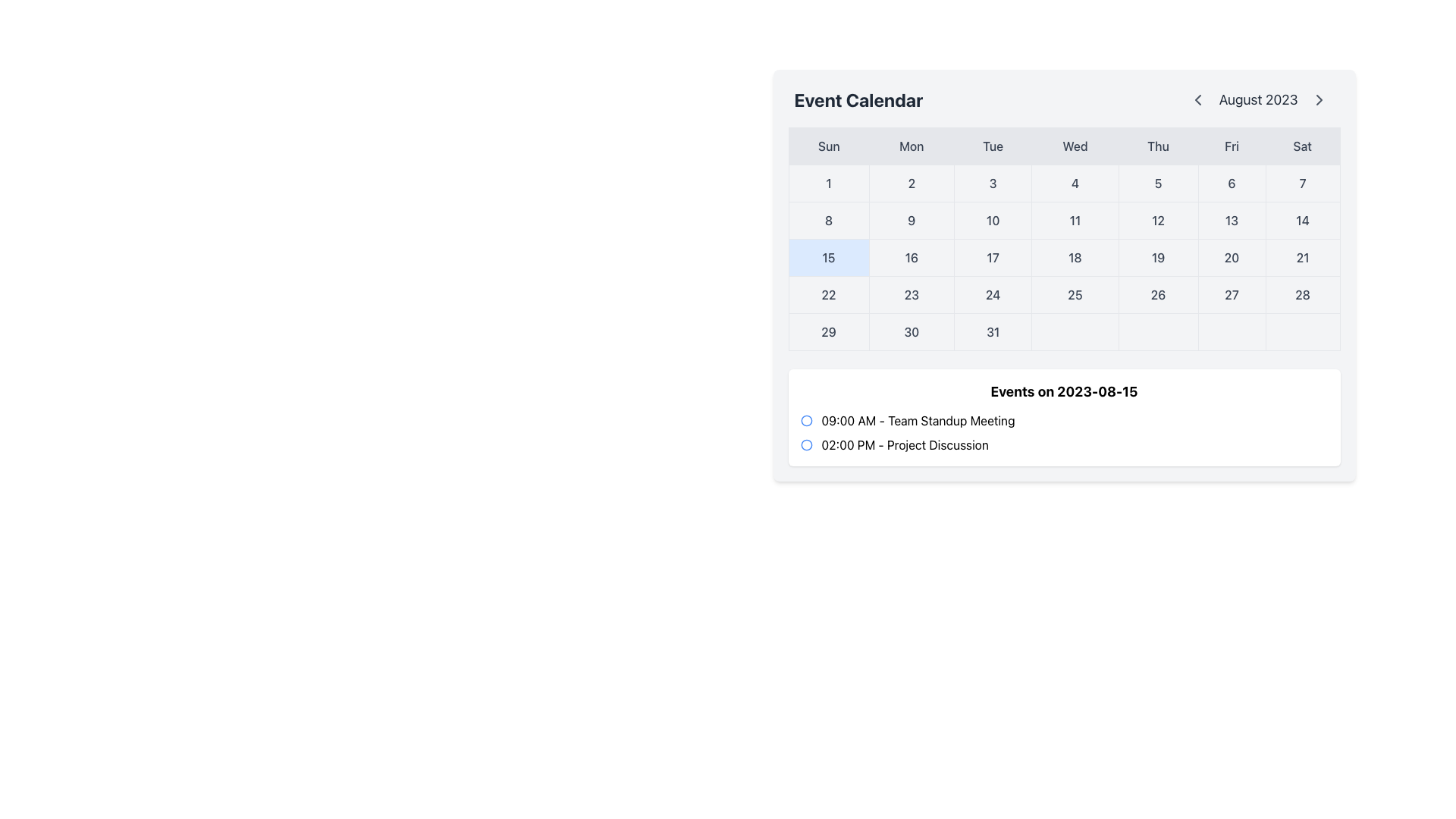 This screenshot has width=1456, height=819. What do you see at coordinates (1232, 183) in the screenshot?
I see `the static text element displaying the date '6' in the calendar view, located in the top right section of the interface` at bounding box center [1232, 183].